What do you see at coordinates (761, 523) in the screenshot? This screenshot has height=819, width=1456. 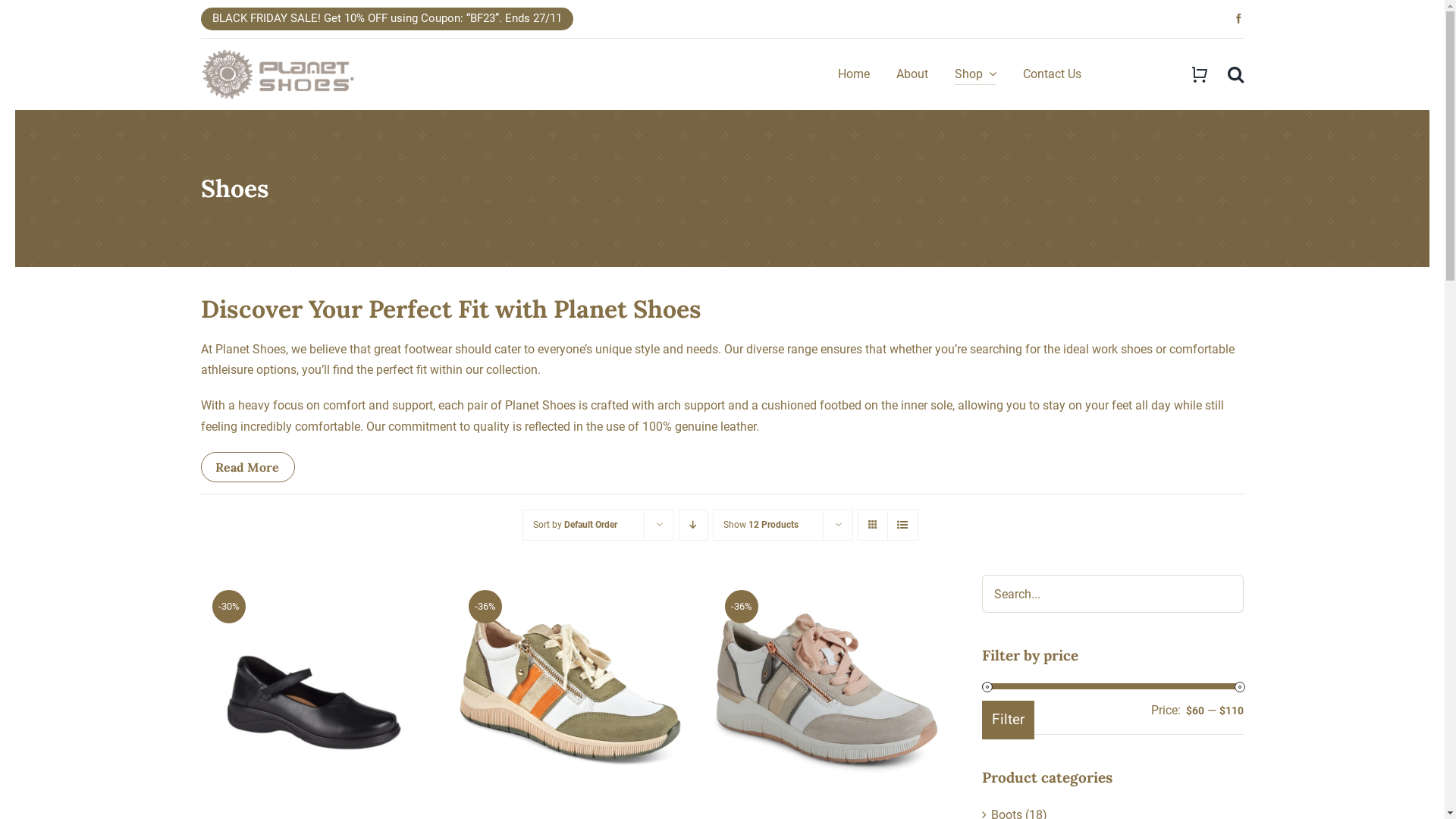 I see `'Show 12 Products'` at bounding box center [761, 523].